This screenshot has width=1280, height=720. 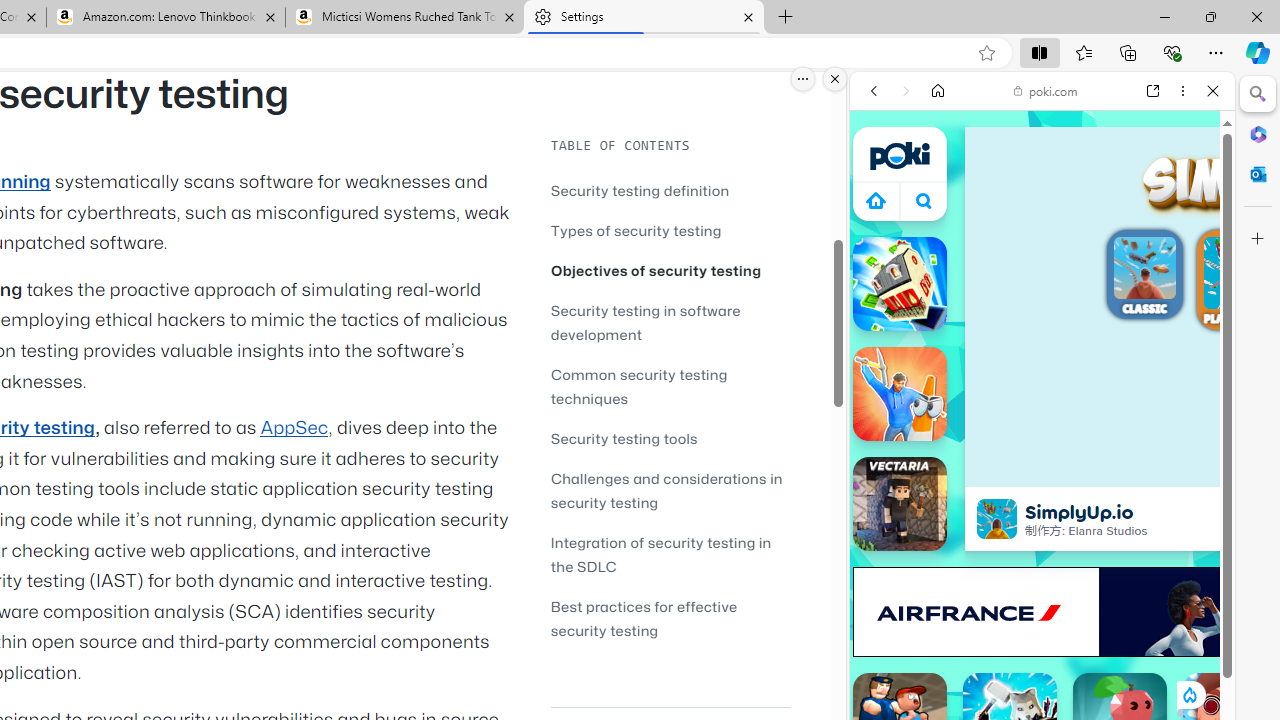 What do you see at coordinates (1189, 694) in the screenshot?
I see `'Class: rCs5cyEiqiTpYvt_VBCR'` at bounding box center [1189, 694].